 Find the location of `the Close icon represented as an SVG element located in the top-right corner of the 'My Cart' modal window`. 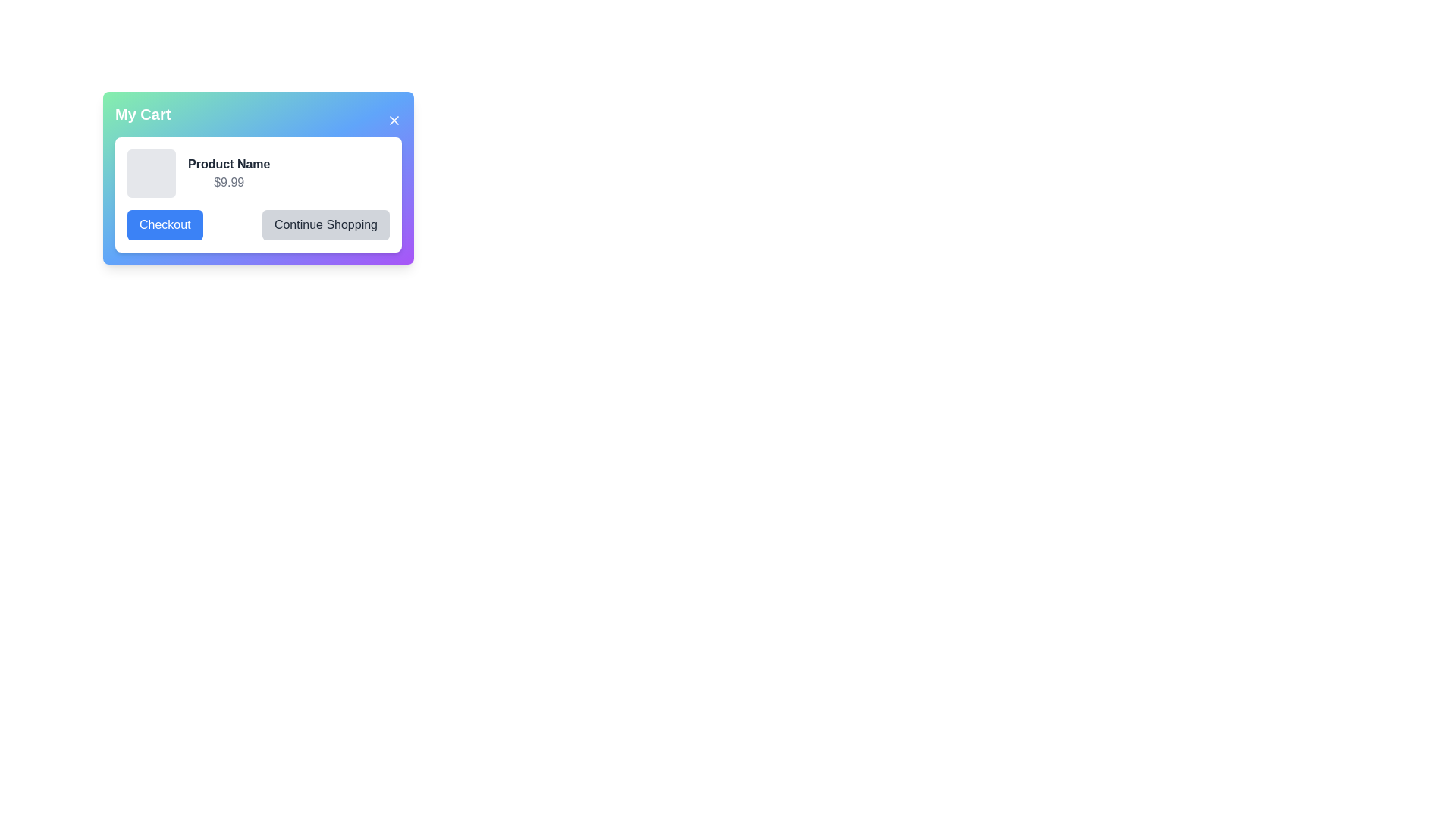

the Close icon represented as an SVG element located in the top-right corner of the 'My Cart' modal window is located at coordinates (394, 119).